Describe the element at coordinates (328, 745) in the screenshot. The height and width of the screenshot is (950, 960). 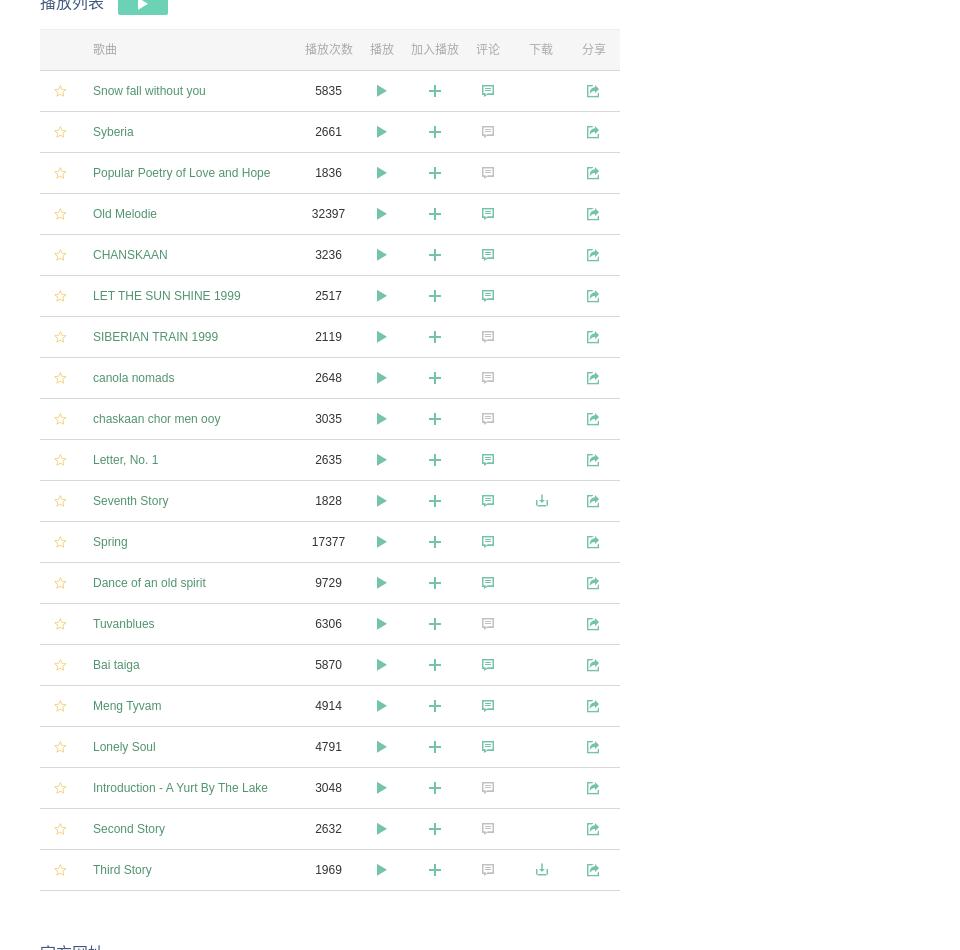
I see `'4791'` at that location.